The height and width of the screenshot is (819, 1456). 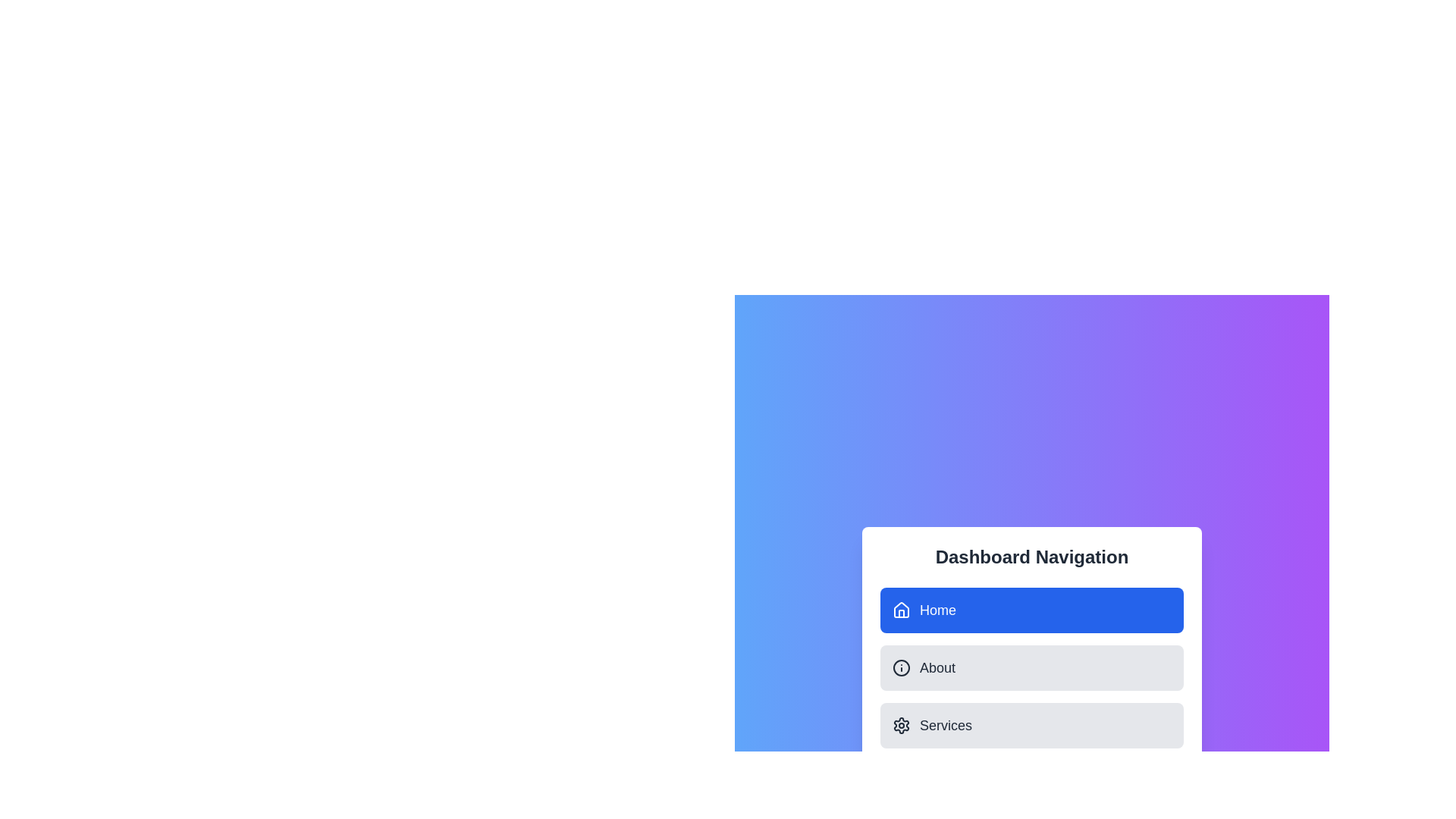 What do you see at coordinates (1031, 557) in the screenshot?
I see `the Text Label that serves as a section title for the navigation menu, located at the top of the navigation component` at bounding box center [1031, 557].